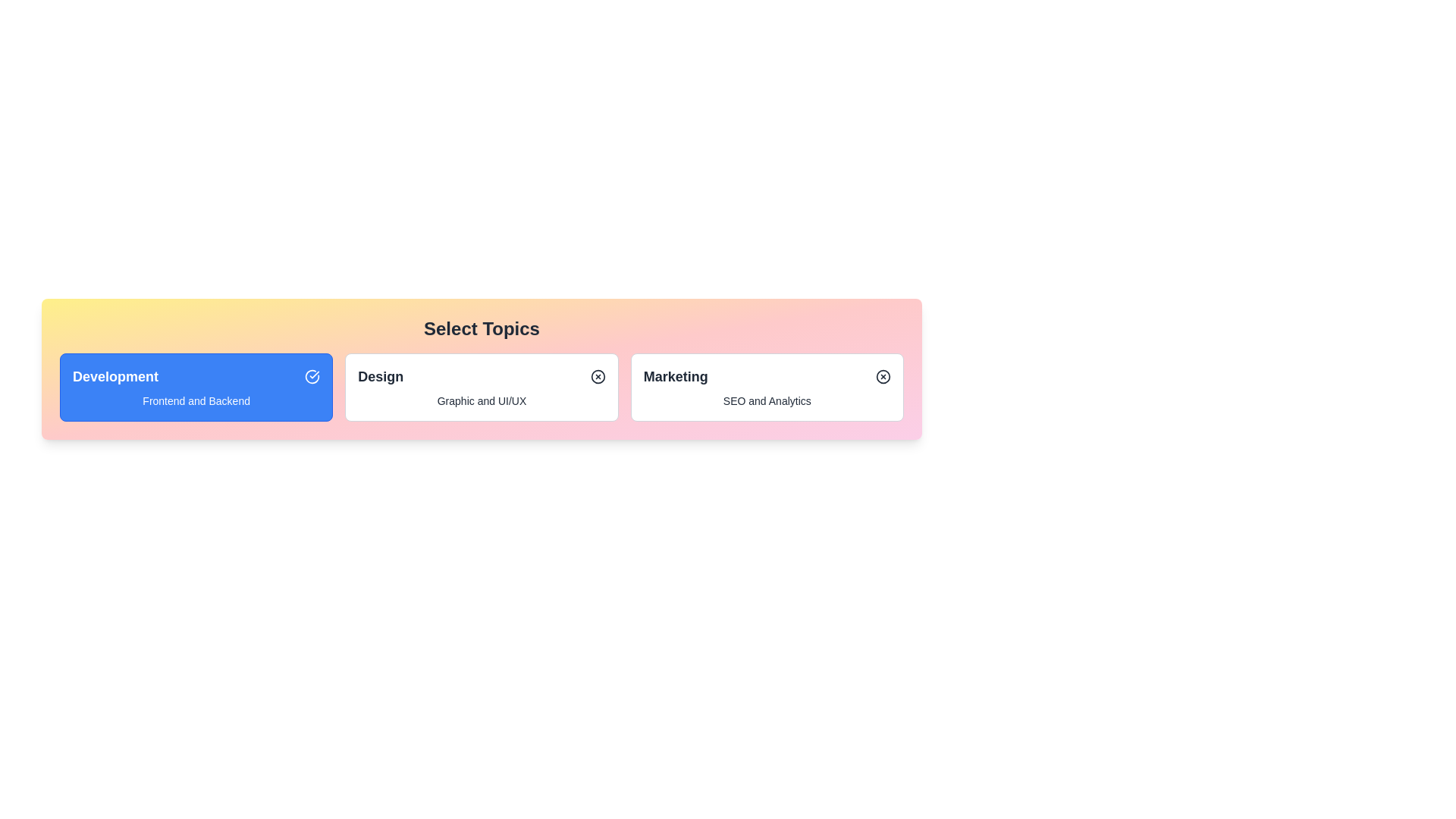 The height and width of the screenshot is (819, 1456). I want to click on the chip labeled Design, so click(481, 386).